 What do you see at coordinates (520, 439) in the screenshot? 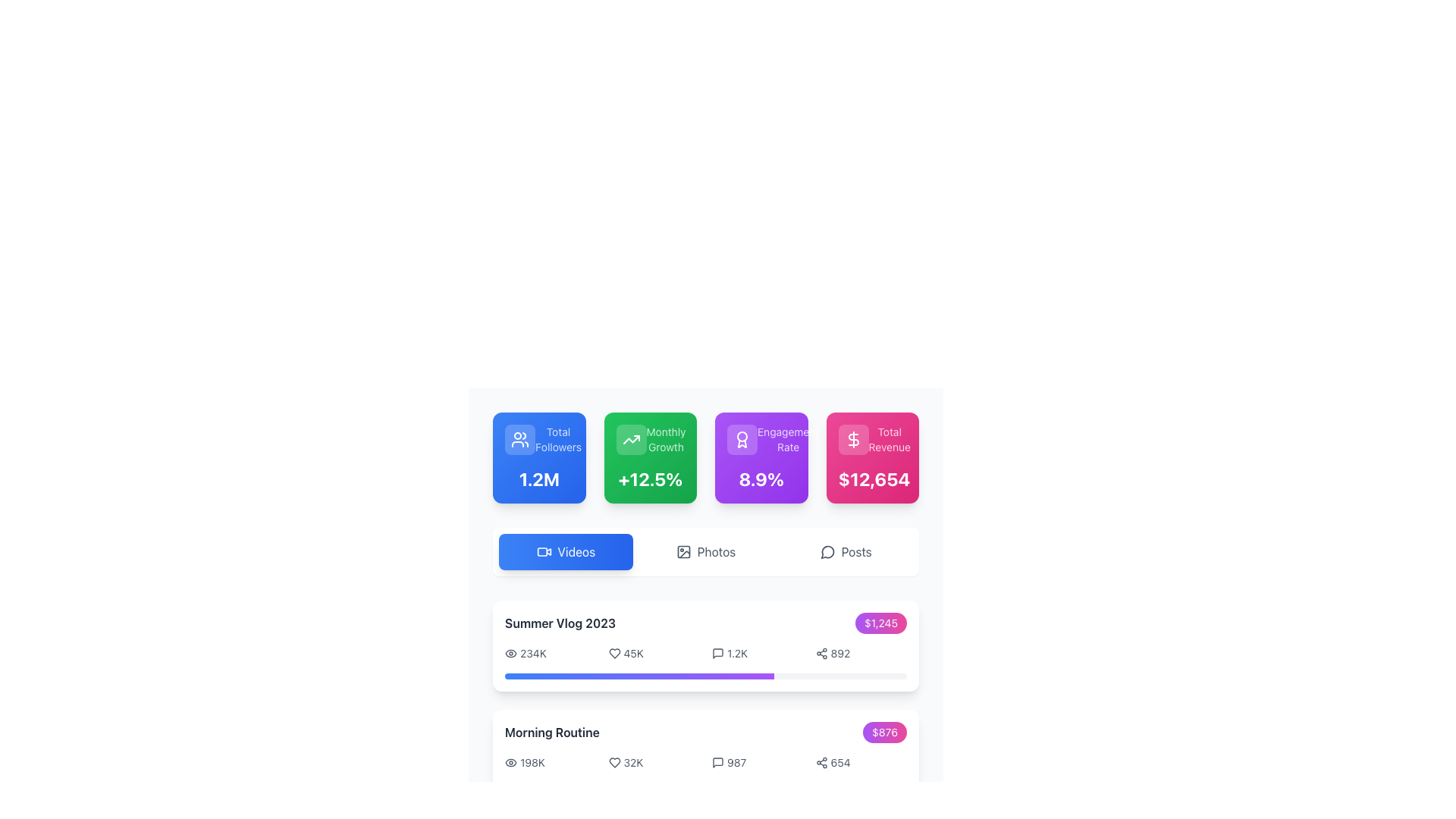
I see `the icon depicting two abstract user figures on a blue circular background located in the top-left tile` at bounding box center [520, 439].